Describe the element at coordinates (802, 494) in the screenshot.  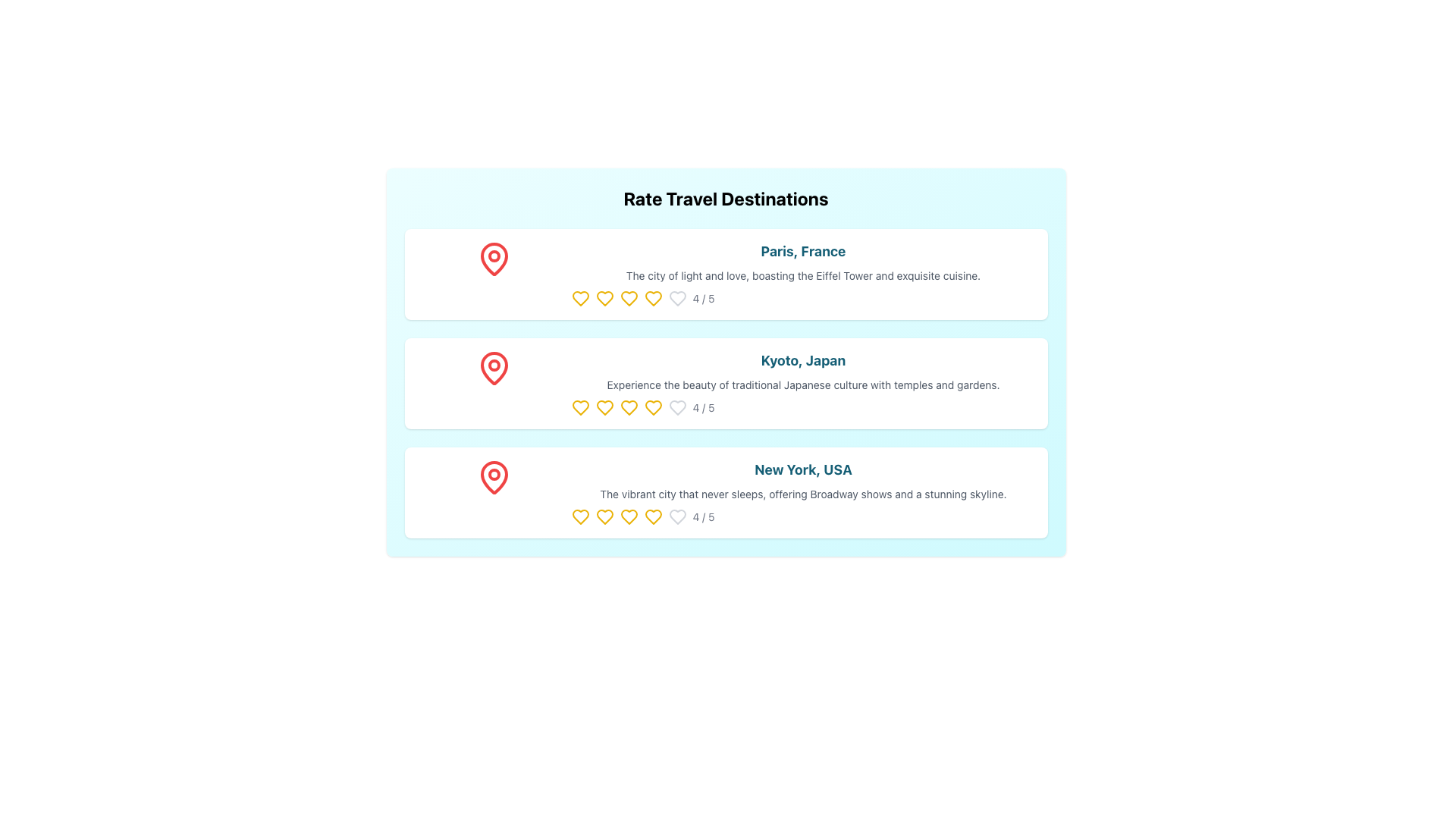
I see `the static text element that provides information about the travel destination 'New York, USA', located beneath the bold header and above the rating indicator` at that location.